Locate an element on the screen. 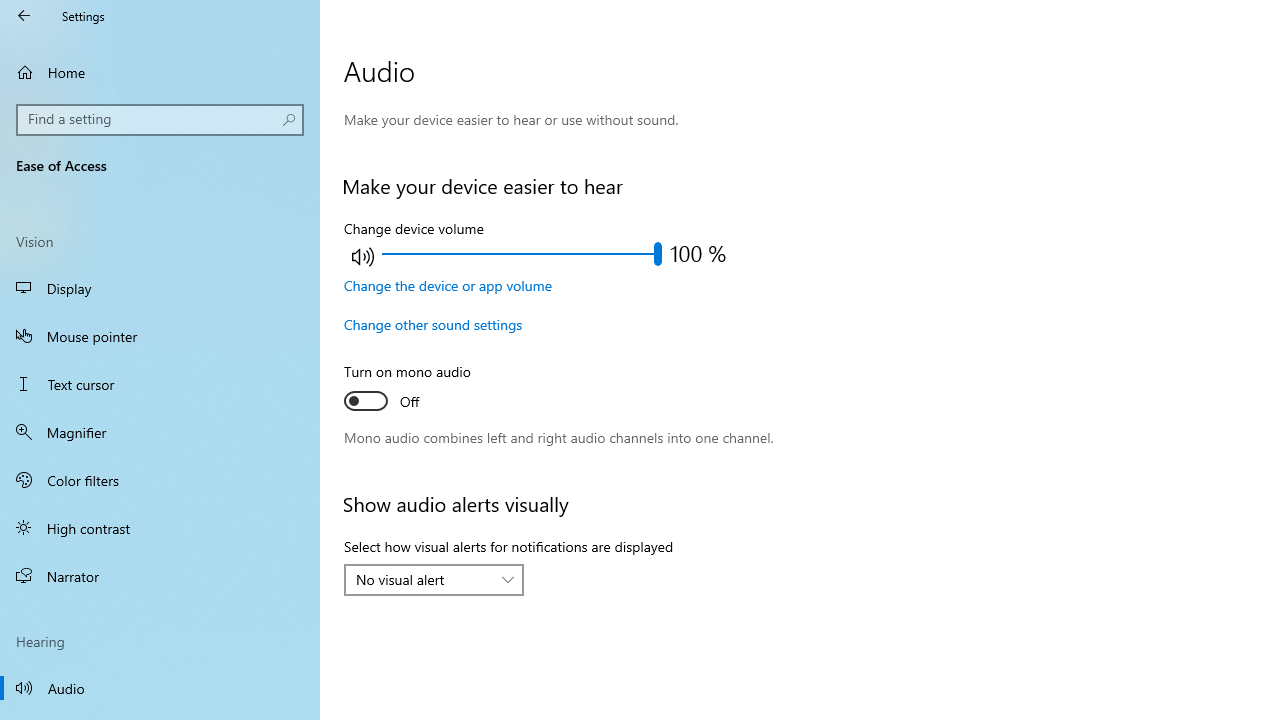 The width and height of the screenshot is (1280, 720). 'Display' is located at coordinates (160, 288).